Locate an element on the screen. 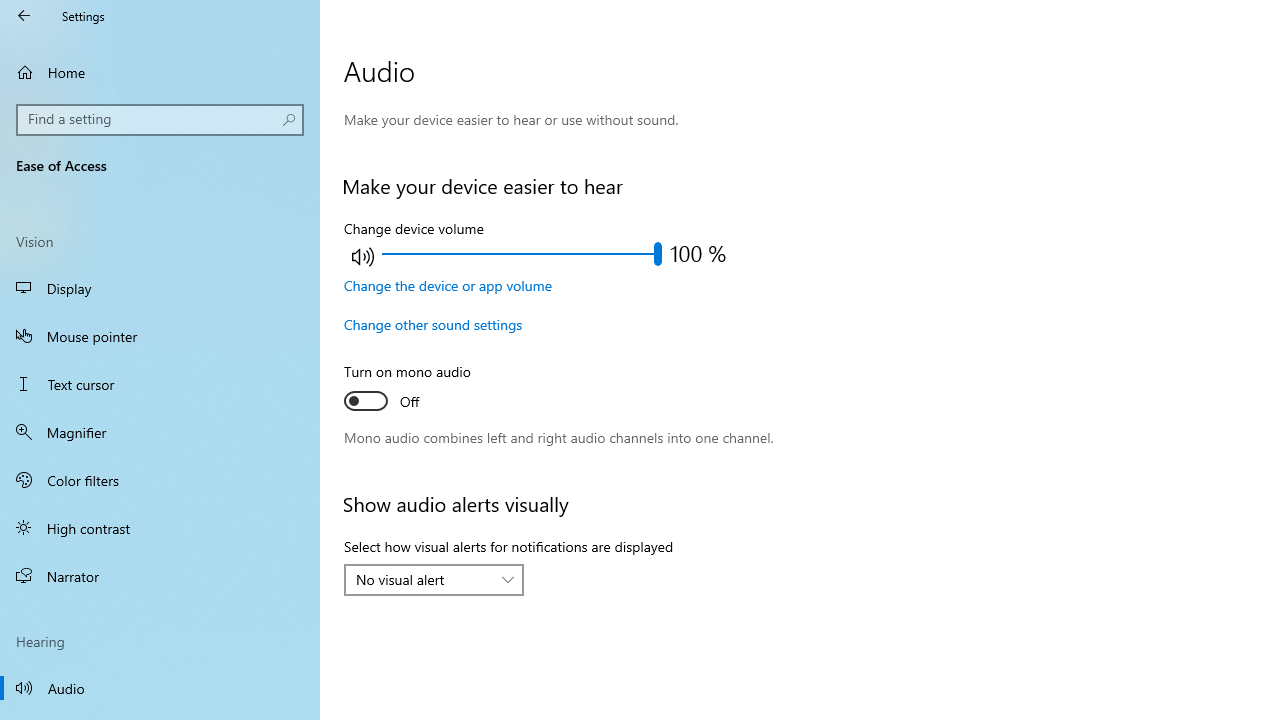 The width and height of the screenshot is (1280, 720). 'Display' is located at coordinates (160, 288).